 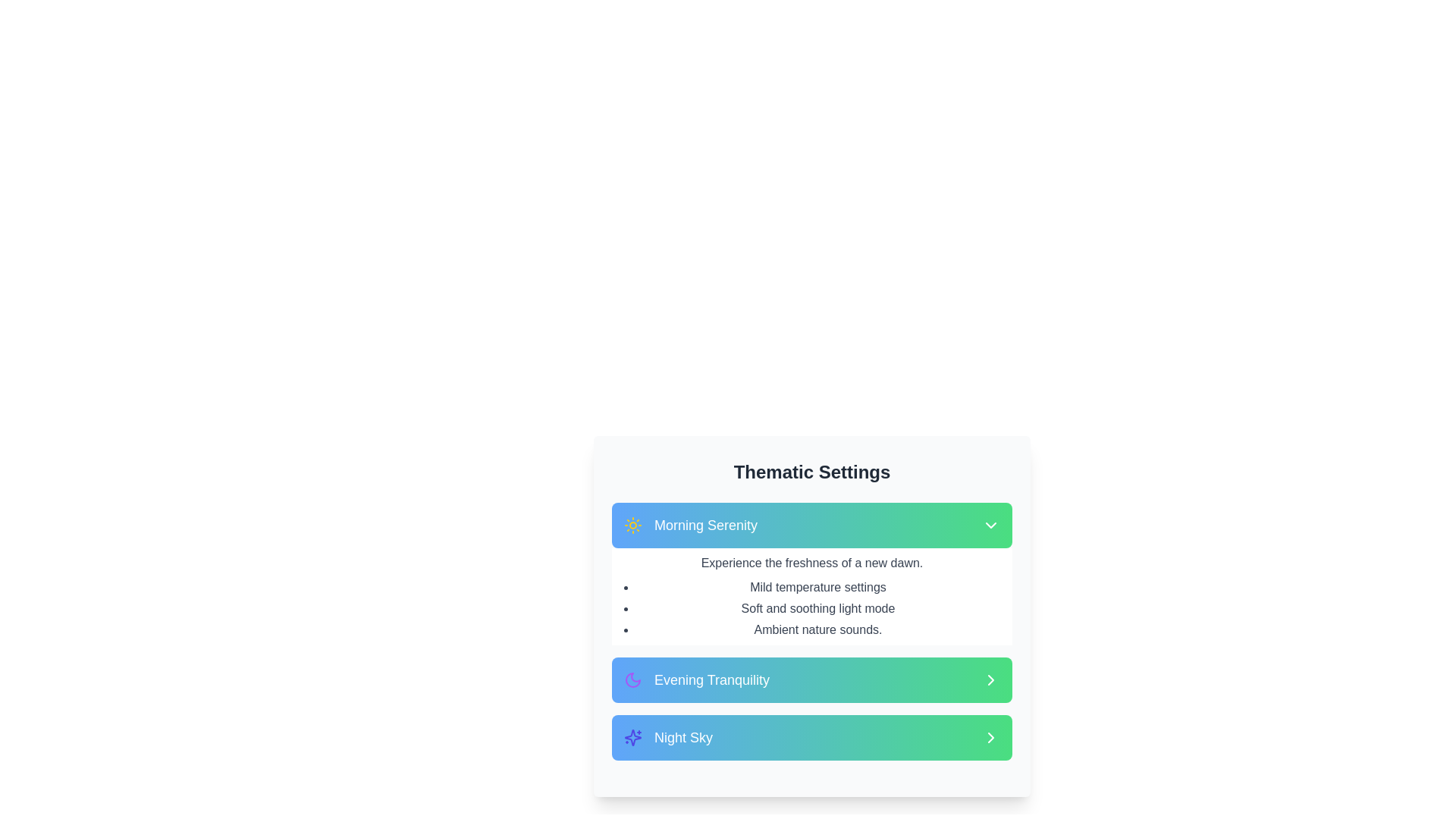 What do you see at coordinates (633, 736) in the screenshot?
I see `the star-shaped icon inside the 'Night Sky' button, which is styled in blue with sparkles and is the third button in the vertical list of theme options` at bounding box center [633, 736].